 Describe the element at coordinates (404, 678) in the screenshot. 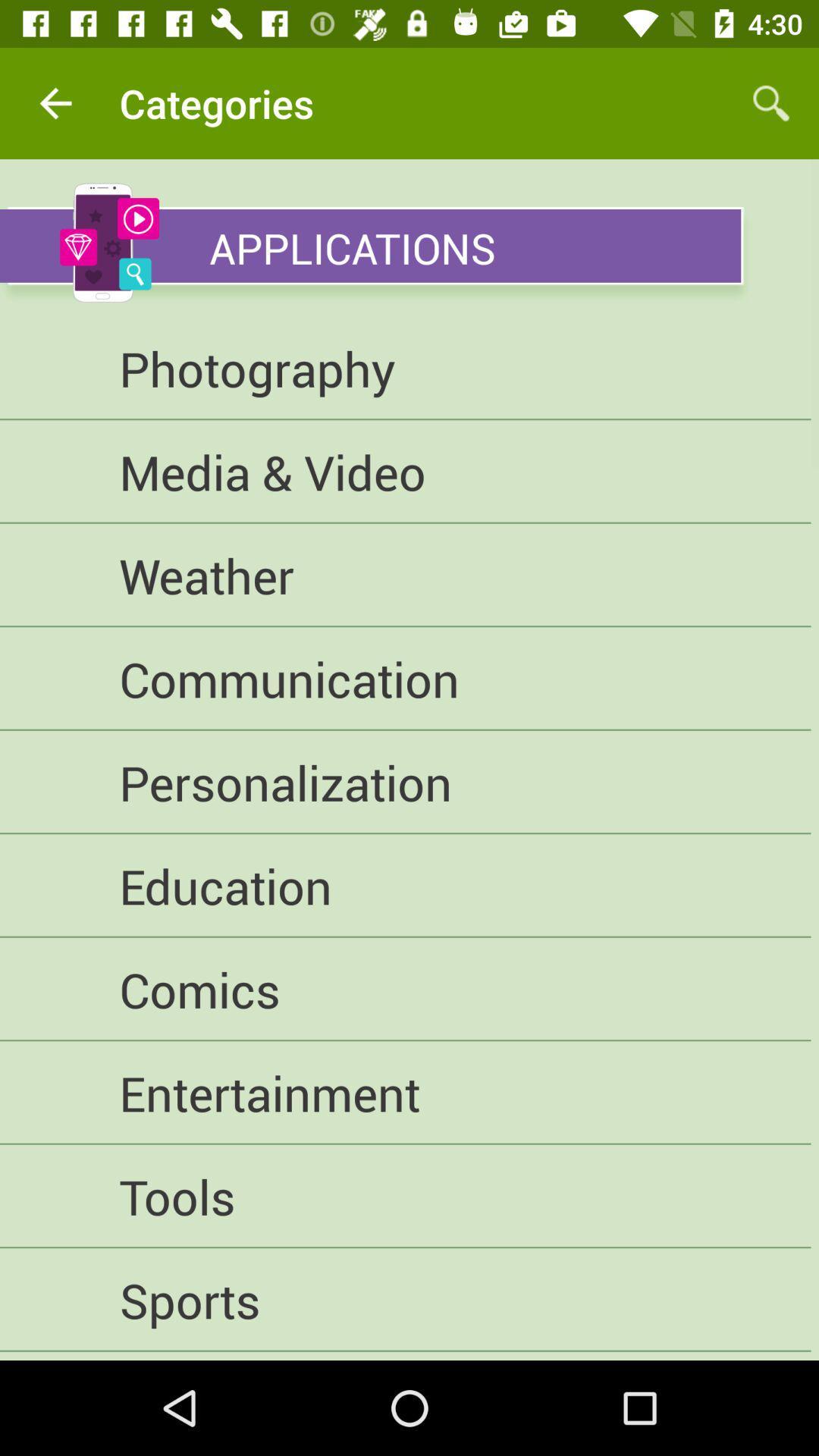

I see `the item below weather` at that location.